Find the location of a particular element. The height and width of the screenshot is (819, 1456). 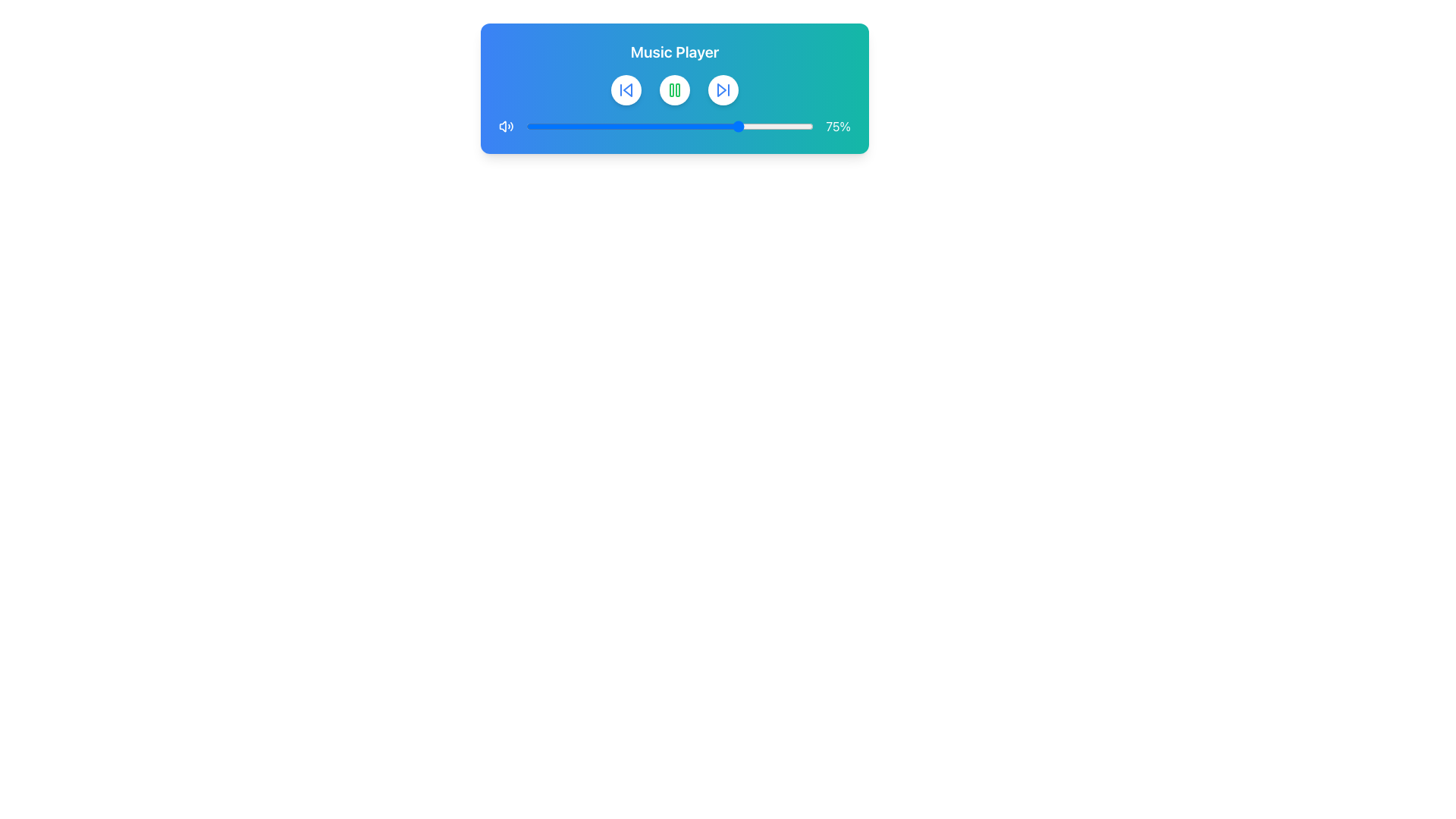

the skip-backward icon button, which is the first icon in the row of control buttons in the music player interface is located at coordinates (626, 90).